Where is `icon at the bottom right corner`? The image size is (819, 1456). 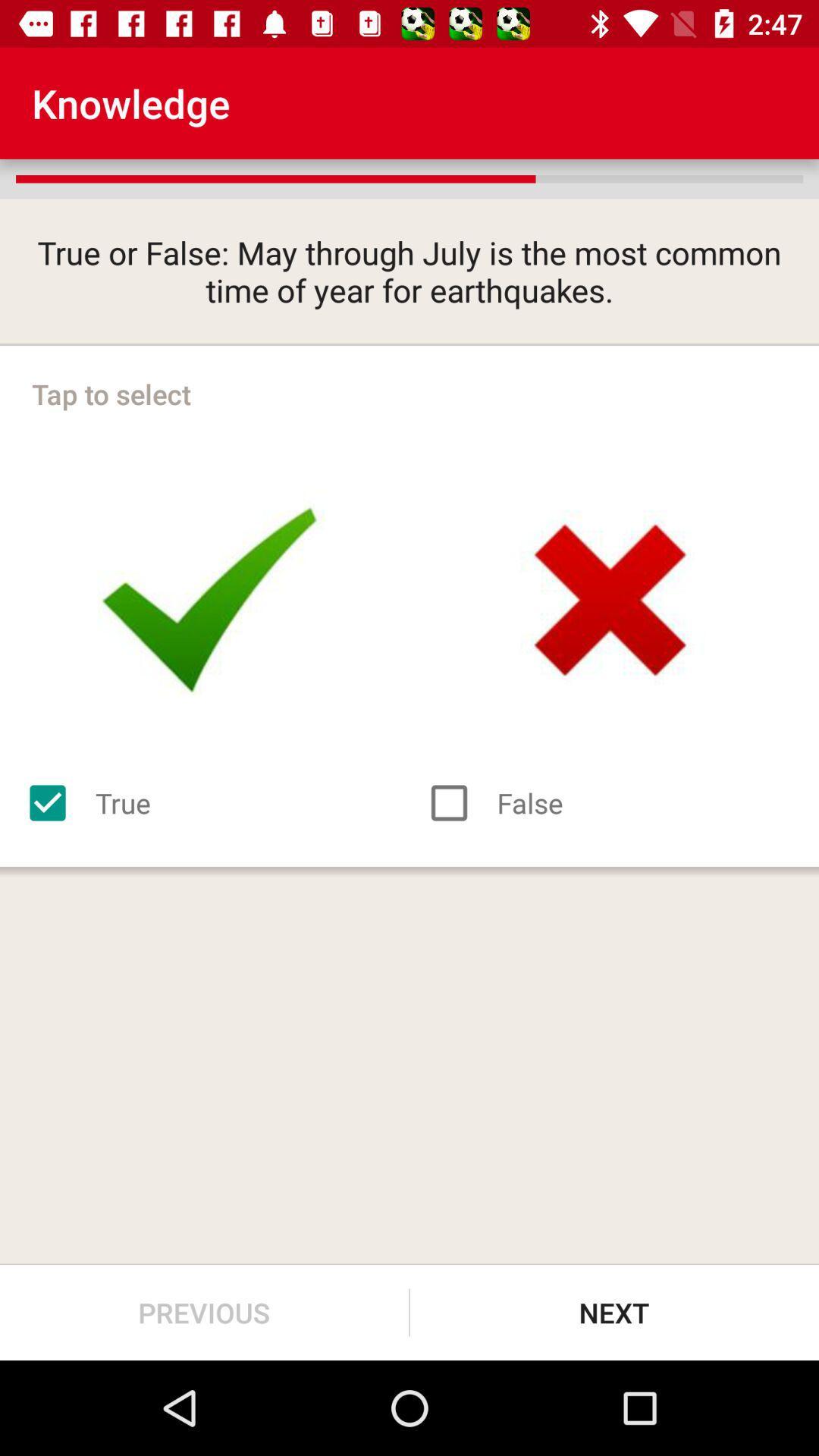
icon at the bottom right corner is located at coordinates (614, 1312).